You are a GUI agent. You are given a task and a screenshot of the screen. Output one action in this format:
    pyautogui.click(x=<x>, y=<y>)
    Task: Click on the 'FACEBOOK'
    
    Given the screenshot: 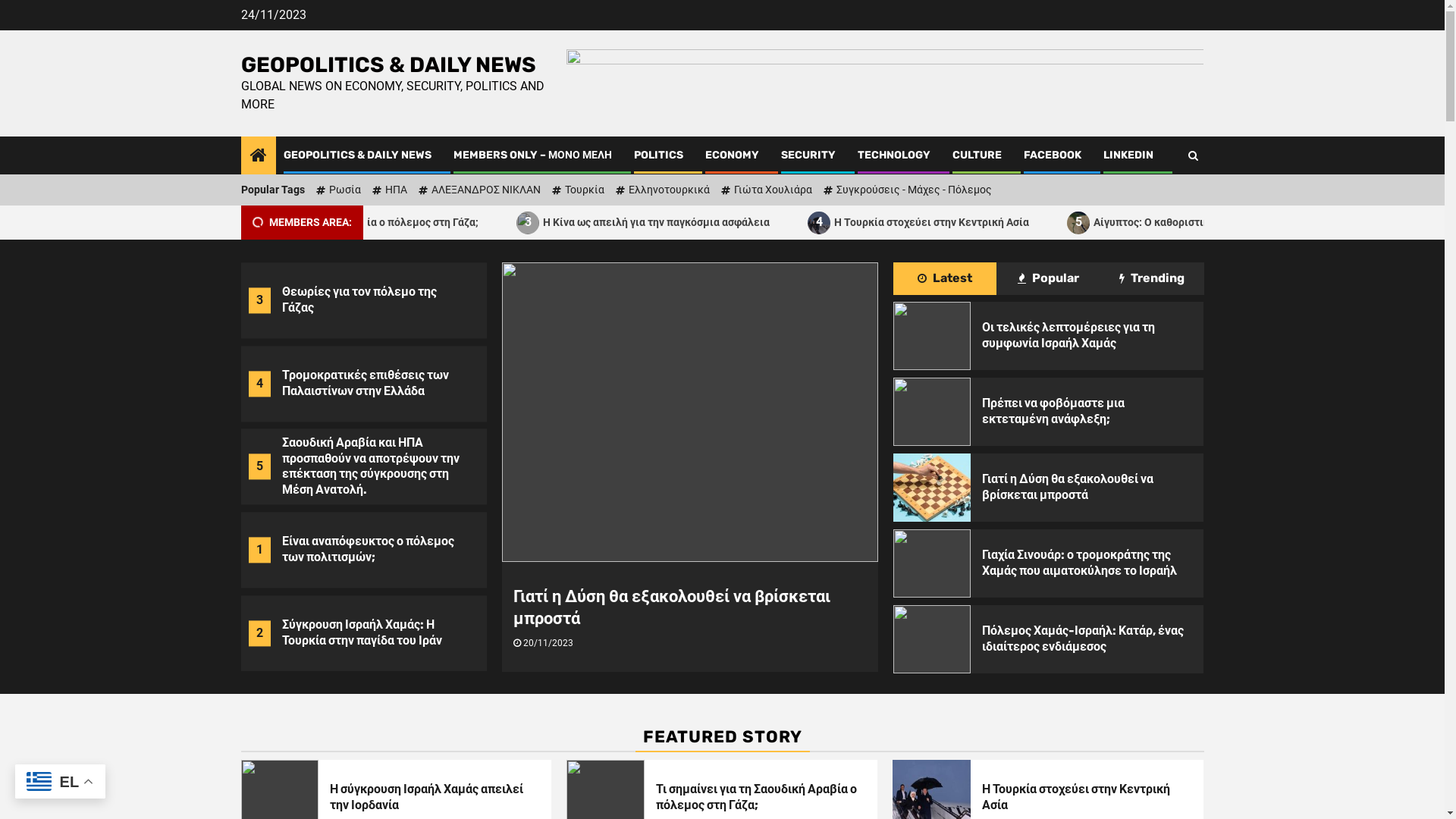 What is the action you would take?
    pyautogui.click(x=1051, y=155)
    